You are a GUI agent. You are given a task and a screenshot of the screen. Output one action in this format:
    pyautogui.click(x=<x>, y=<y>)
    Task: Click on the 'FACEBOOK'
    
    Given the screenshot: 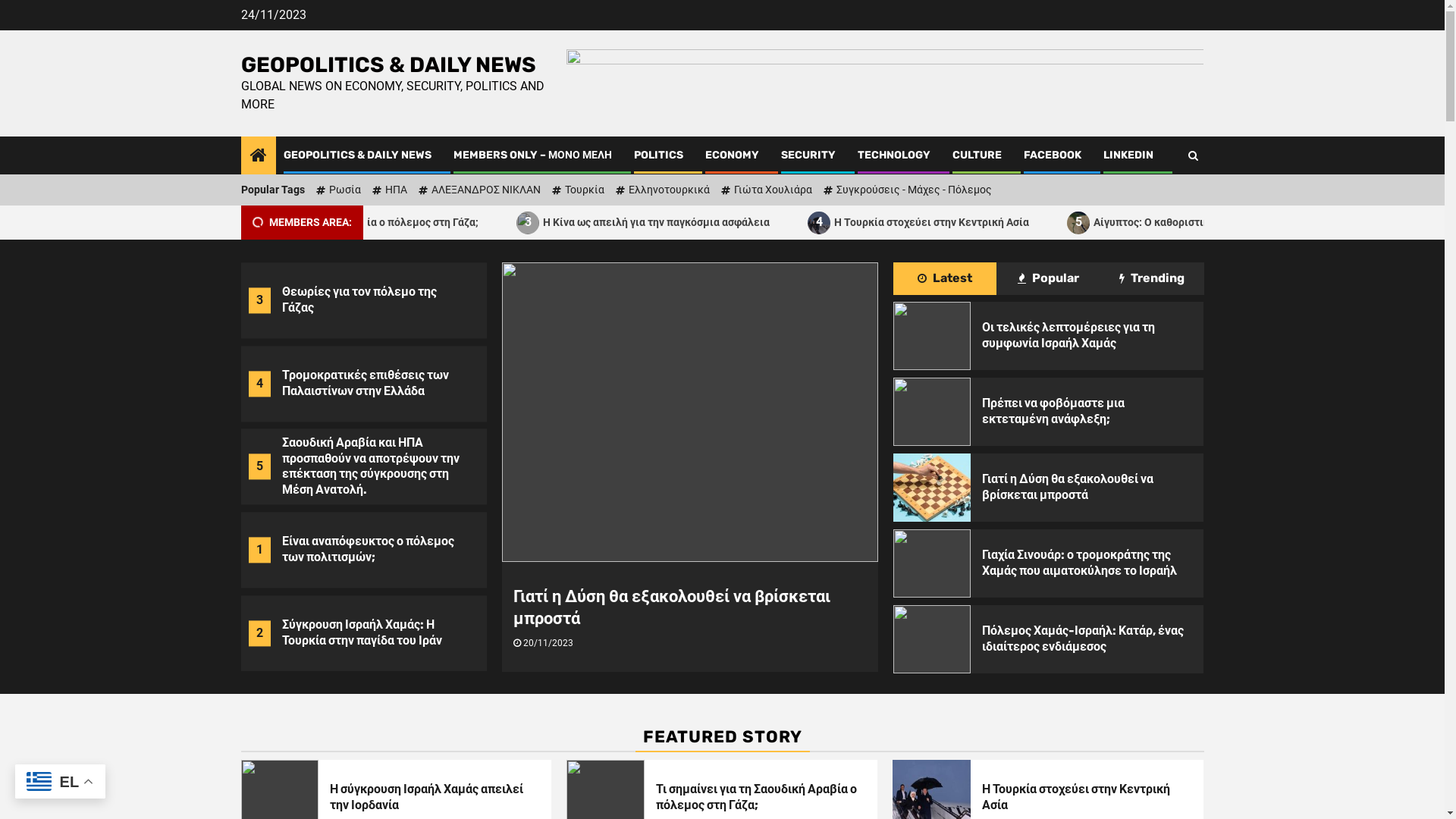 What is the action you would take?
    pyautogui.click(x=1051, y=155)
    